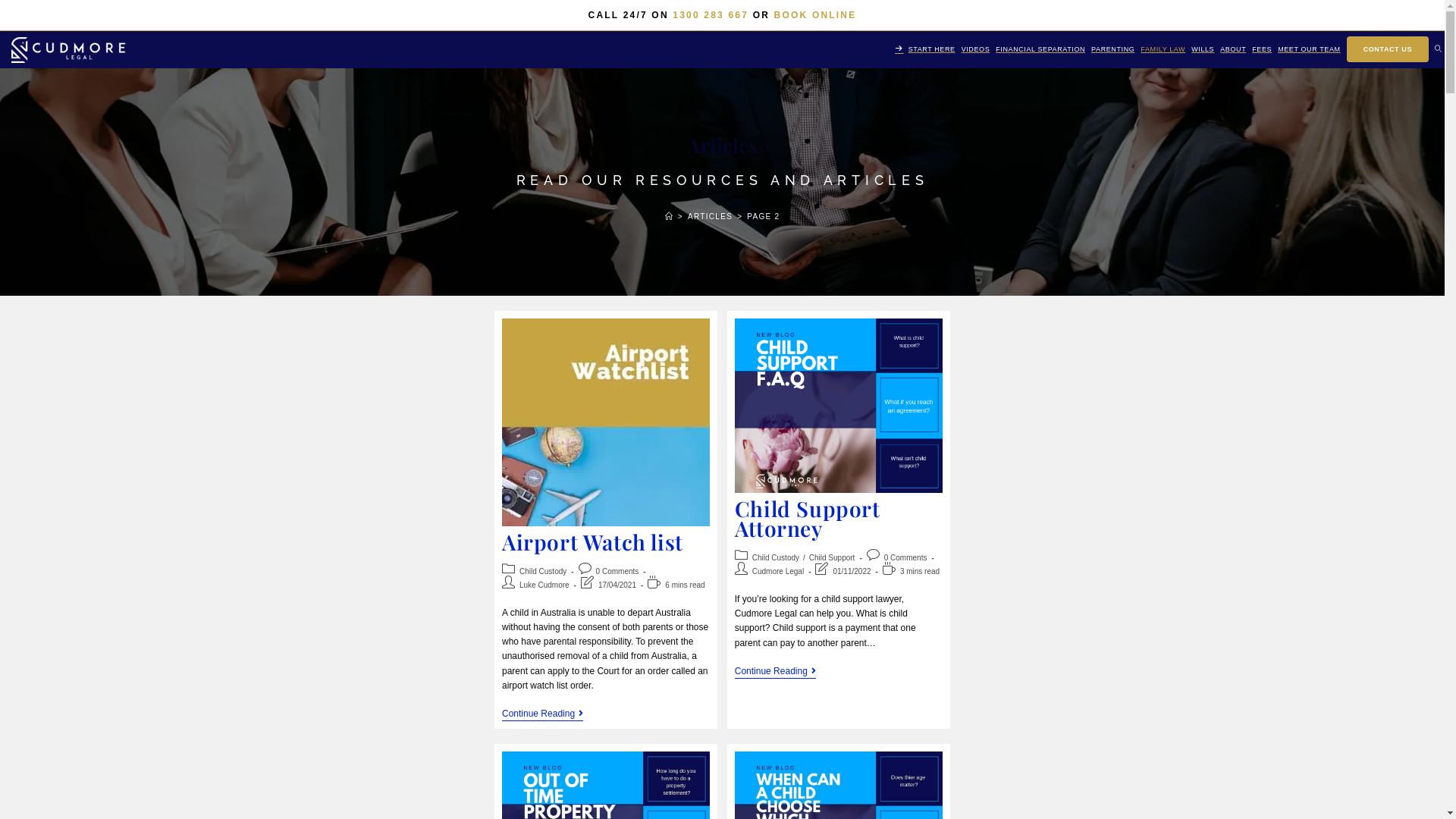 This screenshot has width=1456, height=819. What do you see at coordinates (687, 216) in the screenshot?
I see `'ARTICLES'` at bounding box center [687, 216].